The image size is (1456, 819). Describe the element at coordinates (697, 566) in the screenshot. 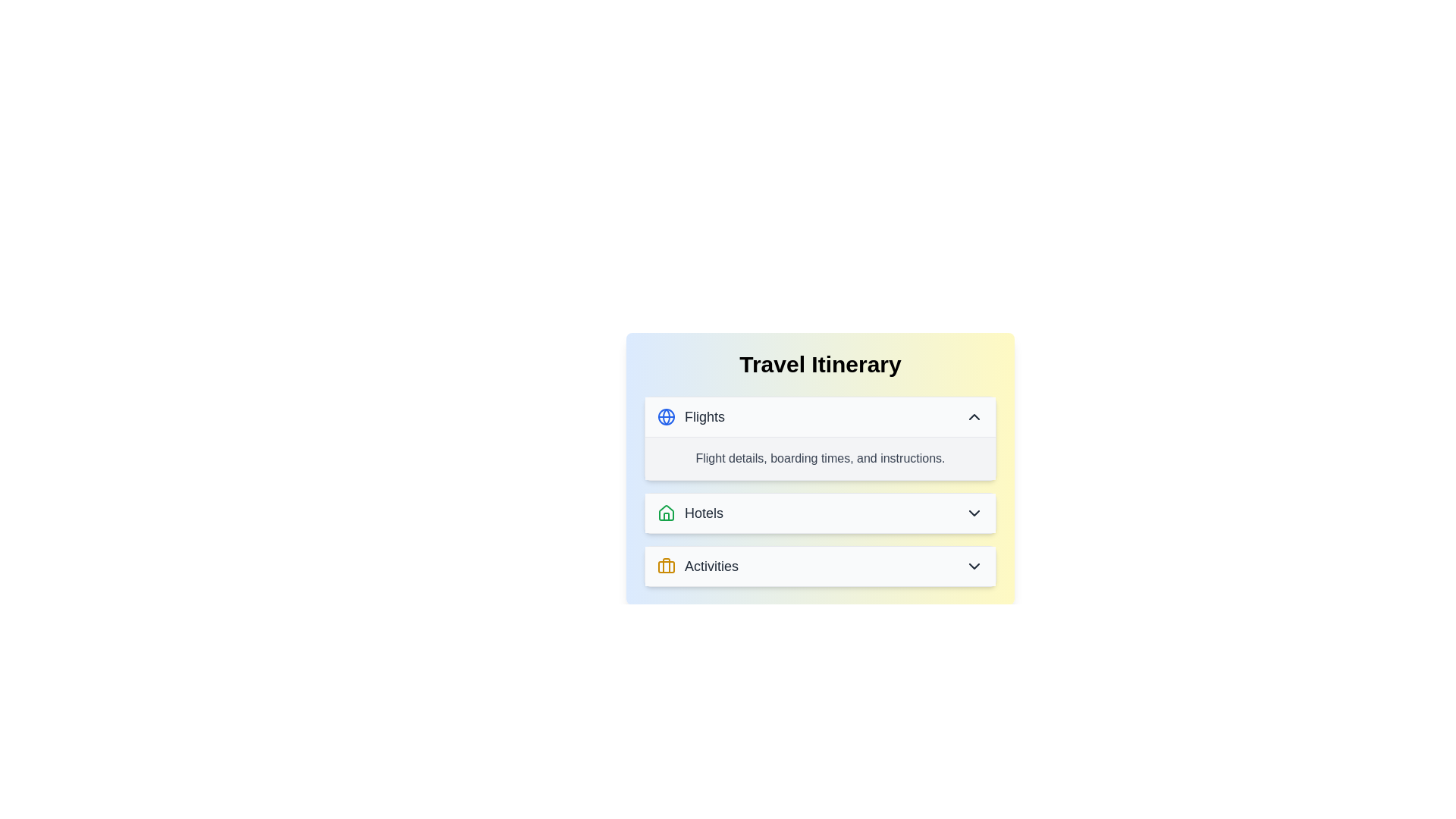

I see `to select the 'Activities' section represented by the list item with an icon and label, located in the Travel Itinerary under the third slot` at that location.